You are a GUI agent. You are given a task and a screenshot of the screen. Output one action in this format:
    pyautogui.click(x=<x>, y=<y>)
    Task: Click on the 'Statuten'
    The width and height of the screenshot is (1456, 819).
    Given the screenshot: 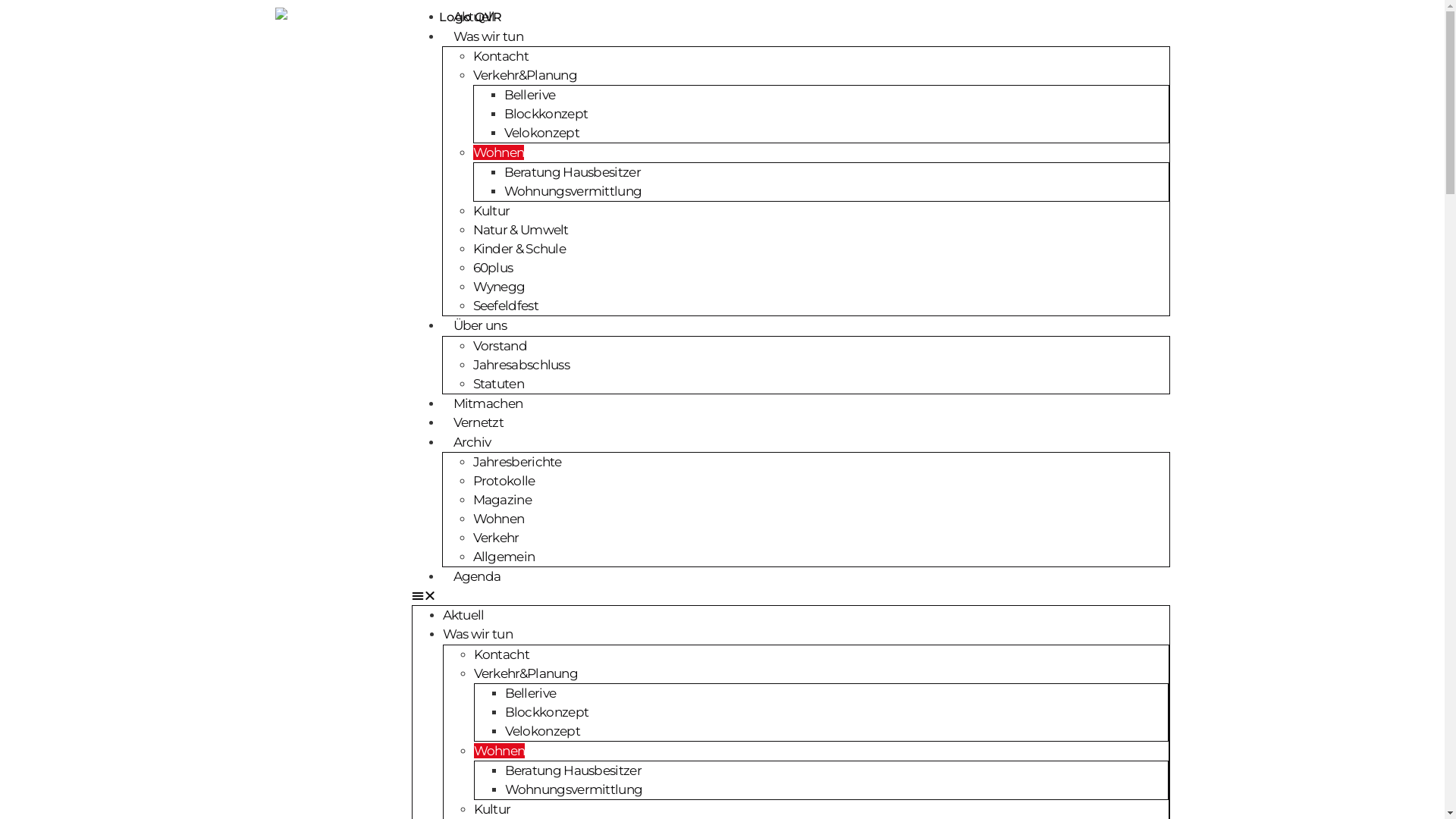 What is the action you would take?
    pyautogui.click(x=498, y=382)
    